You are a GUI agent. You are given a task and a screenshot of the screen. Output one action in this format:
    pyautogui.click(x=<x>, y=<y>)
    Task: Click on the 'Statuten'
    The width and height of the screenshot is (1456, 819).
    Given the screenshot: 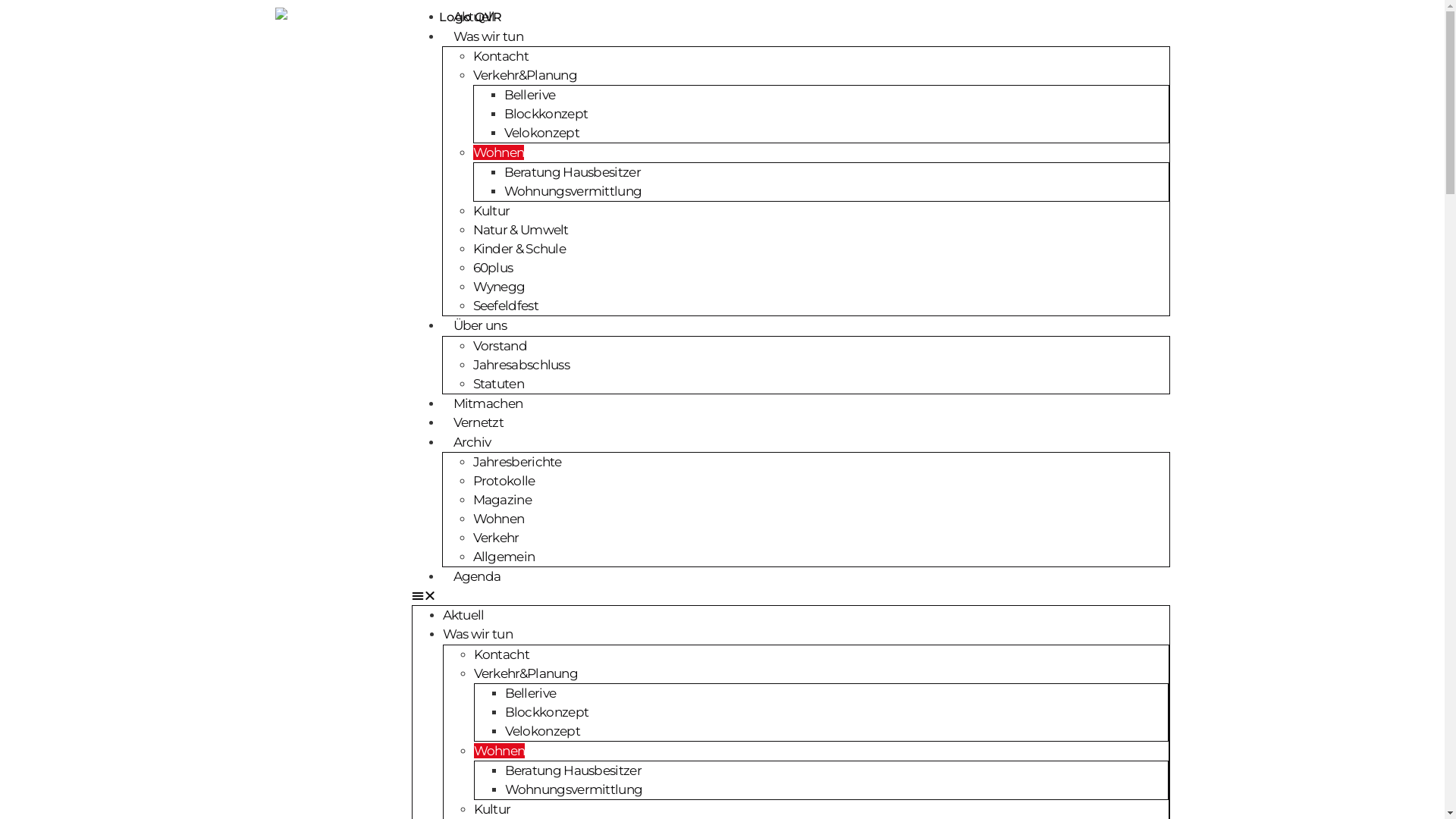 What is the action you would take?
    pyautogui.click(x=498, y=382)
    